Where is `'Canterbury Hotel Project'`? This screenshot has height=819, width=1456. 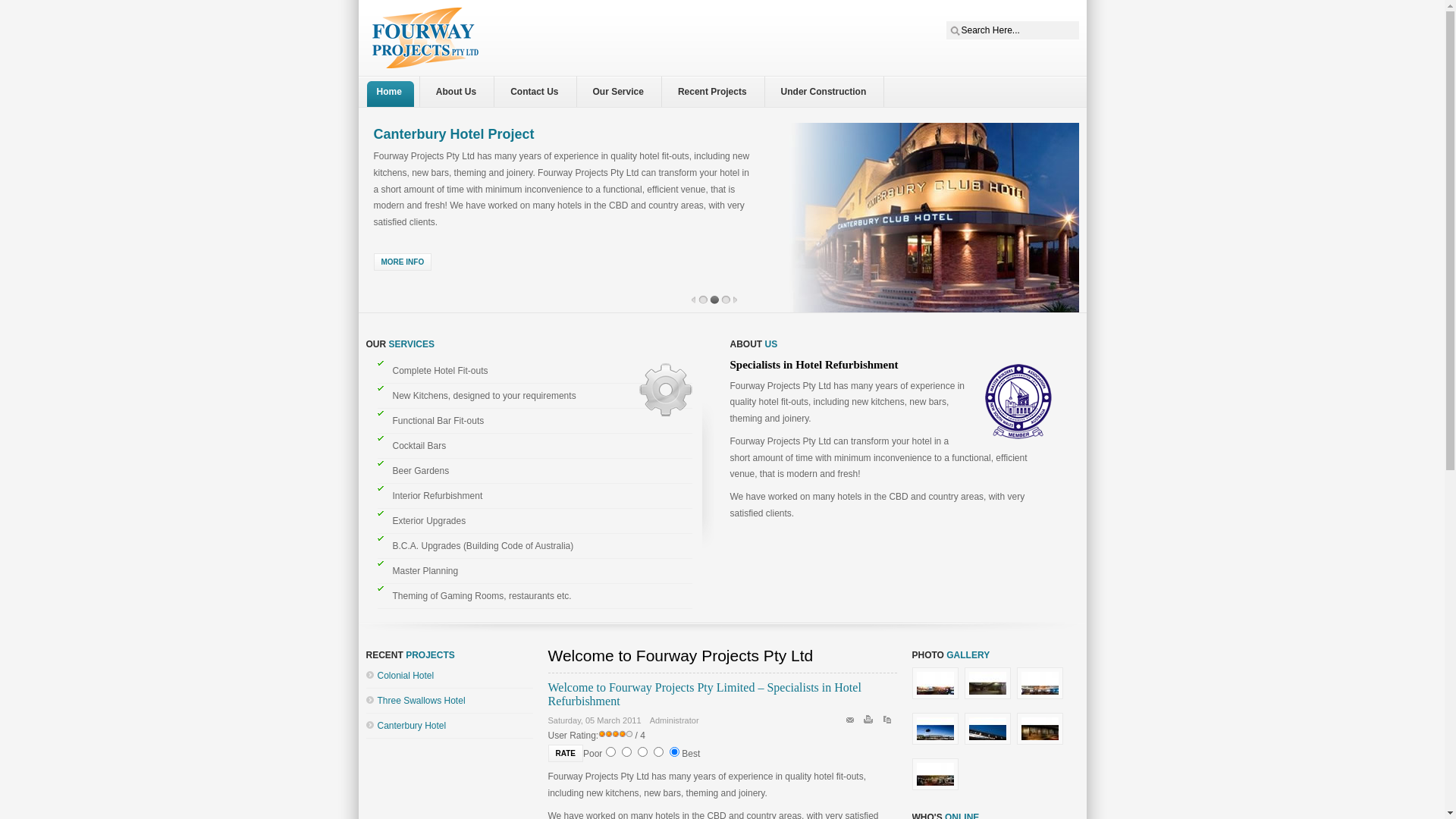
'Canterbury Hotel Project' is located at coordinates (453, 133).